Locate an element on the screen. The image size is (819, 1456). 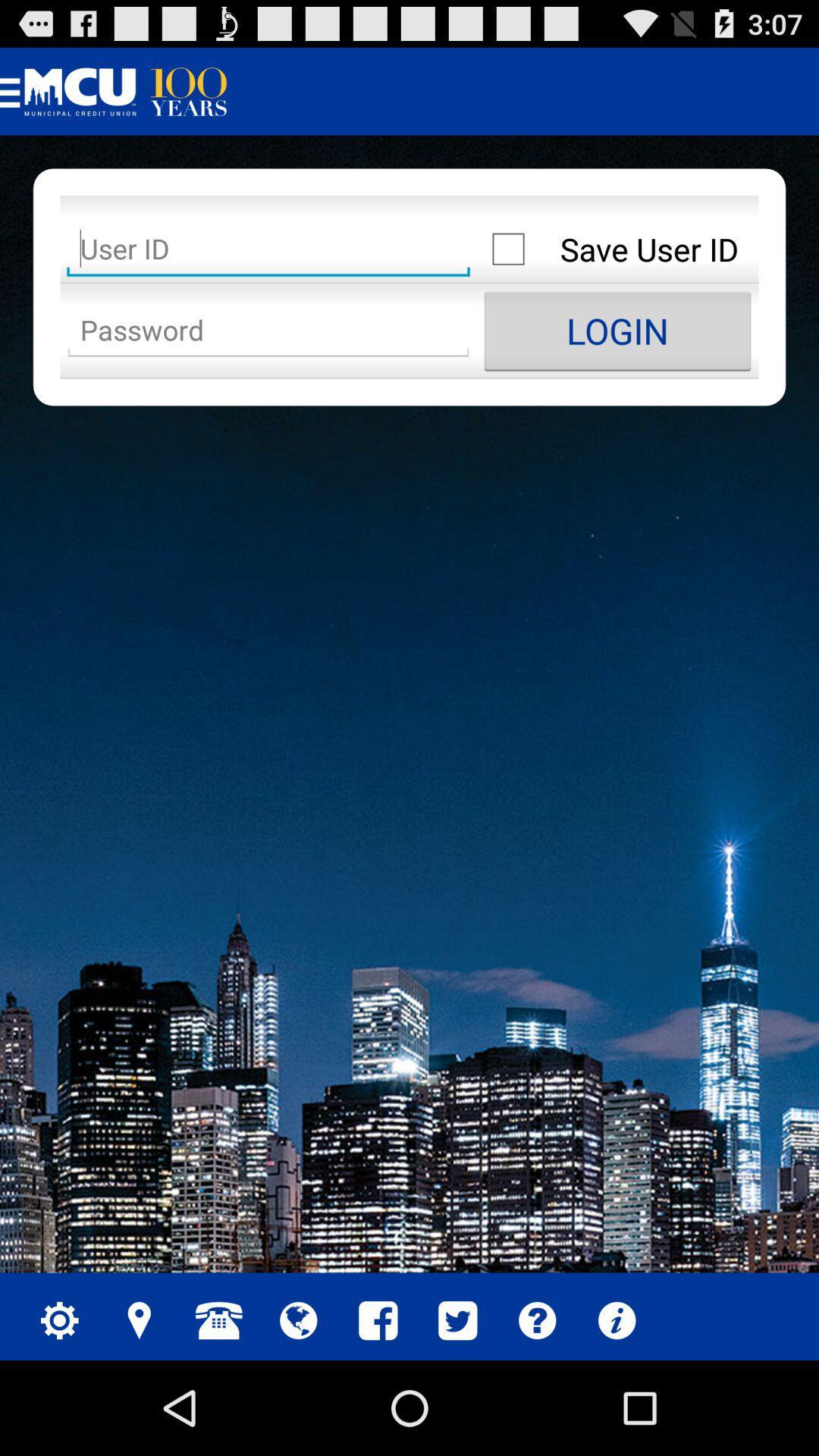
input user id is located at coordinates (268, 249).